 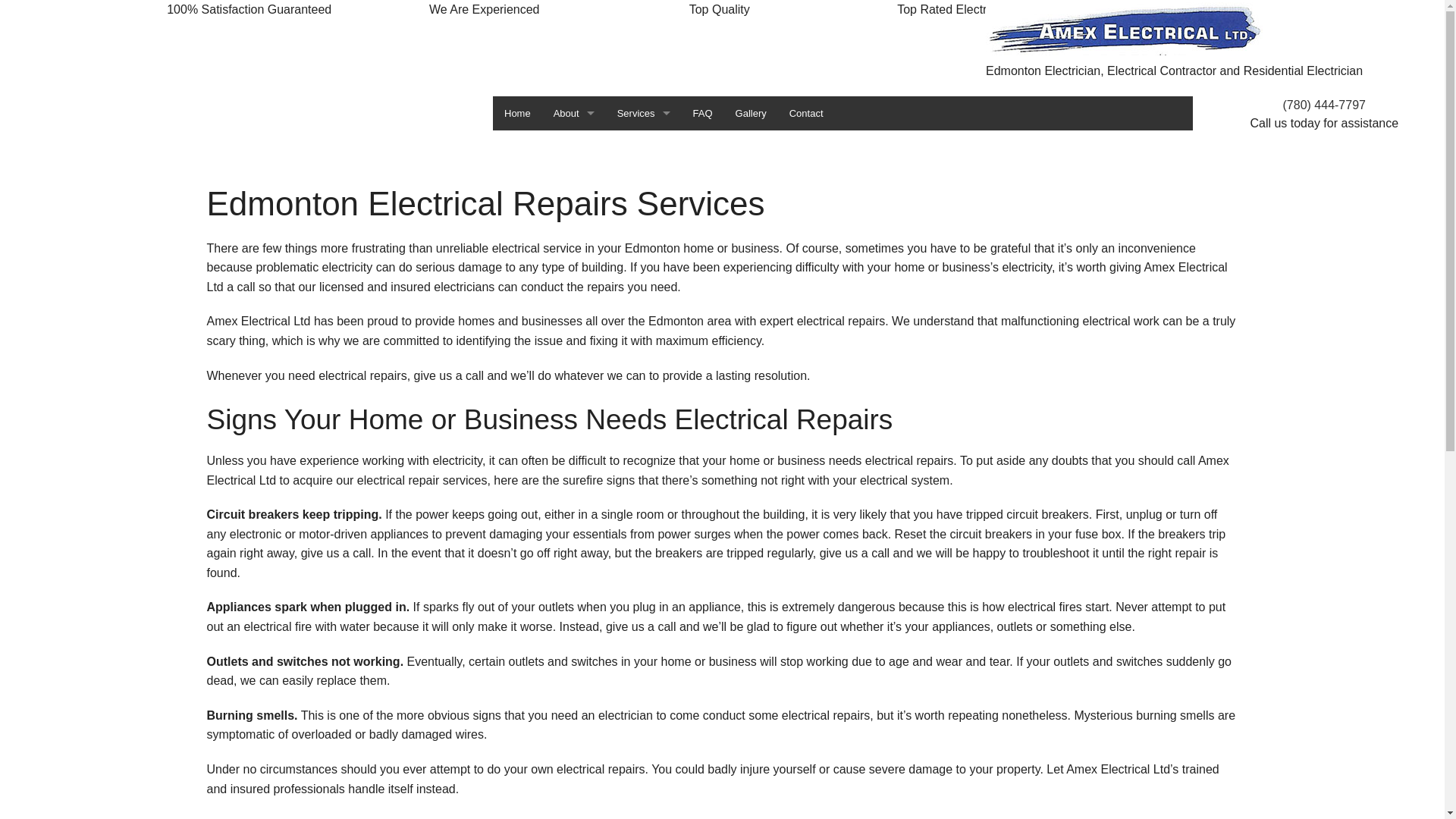 What do you see at coordinates (644, 180) in the screenshot?
I see `'Electrical Inspections'` at bounding box center [644, 180].